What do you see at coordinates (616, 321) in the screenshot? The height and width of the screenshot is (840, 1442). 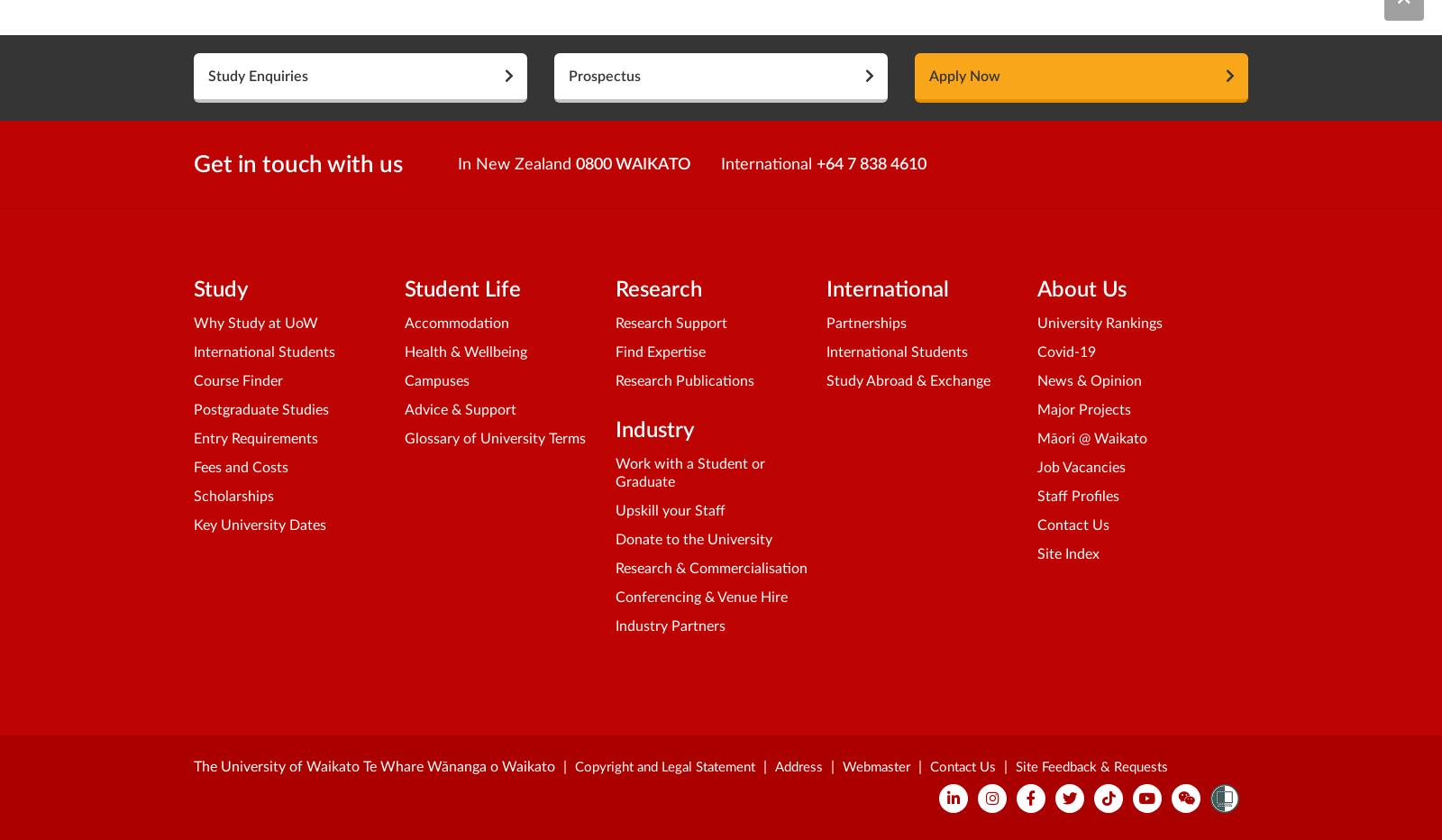 I see `'Research Support'` at bounding box center [616, 321].